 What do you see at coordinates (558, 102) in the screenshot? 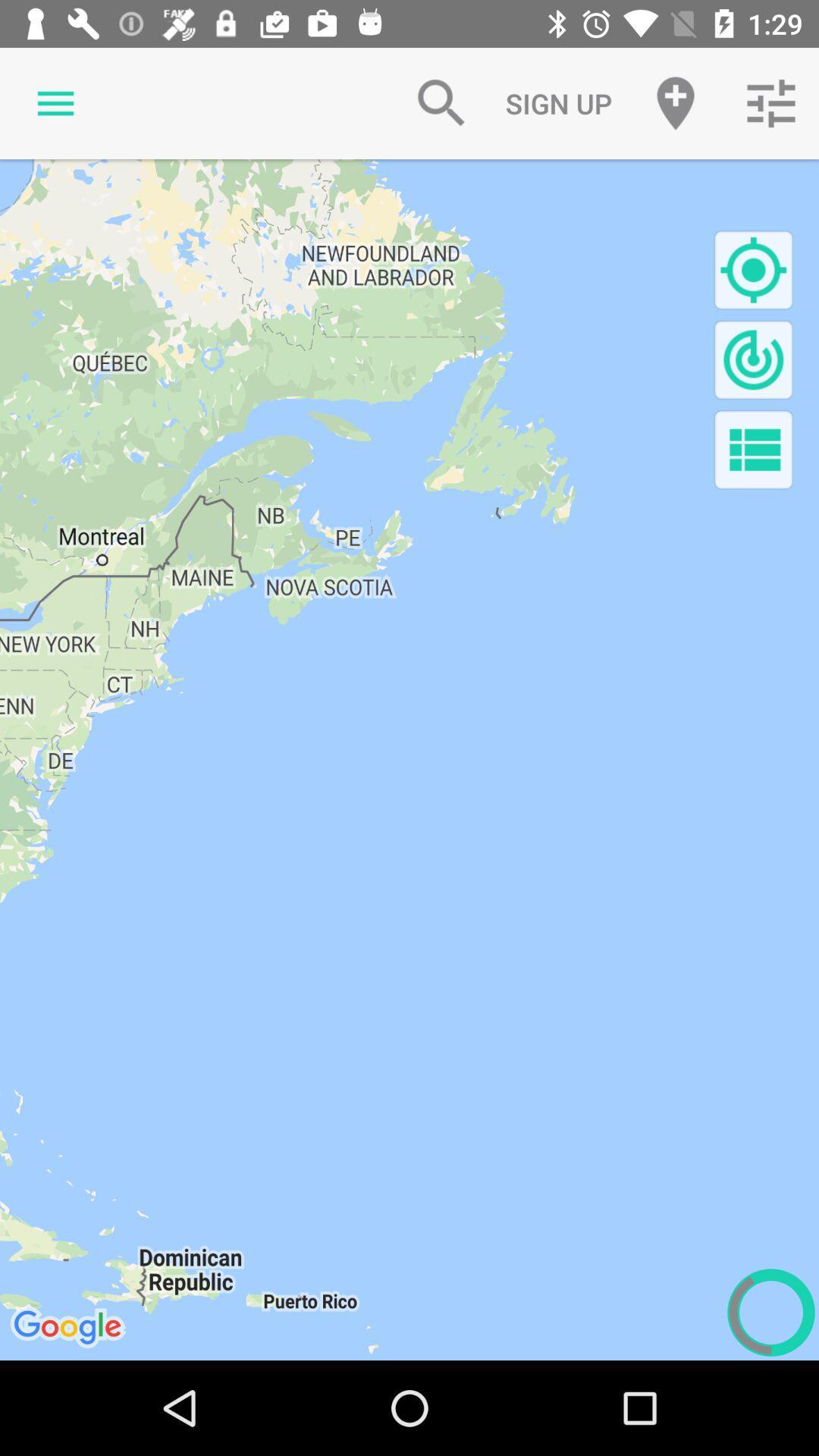
I see `the sign up` at bounding box center [558, 102].